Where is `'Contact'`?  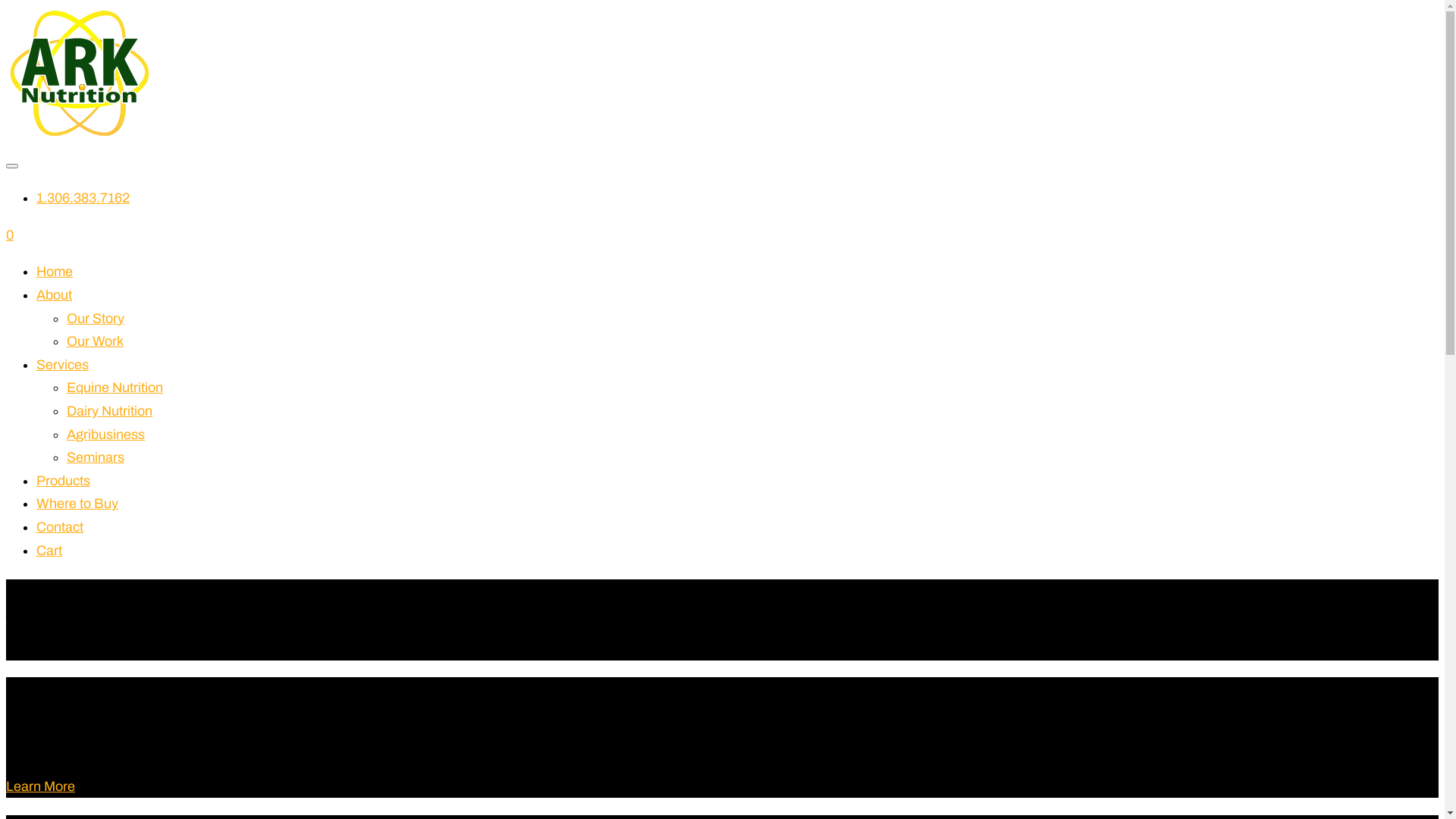
'Contact' is located at coordinates (36, 526).